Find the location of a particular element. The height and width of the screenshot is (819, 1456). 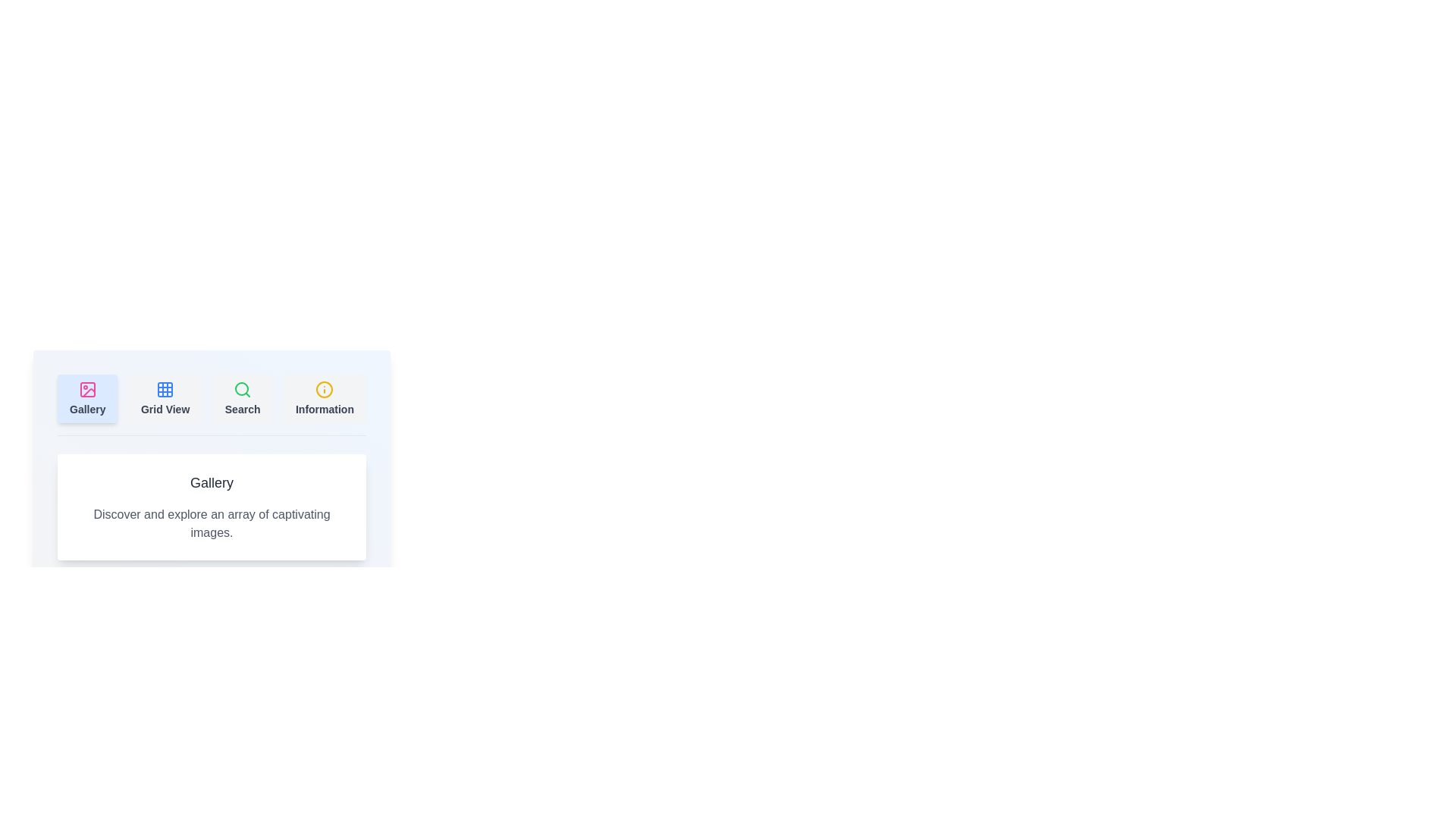

the tab labeled Gallery by clicking on its button is located at coordinates (86, 397).